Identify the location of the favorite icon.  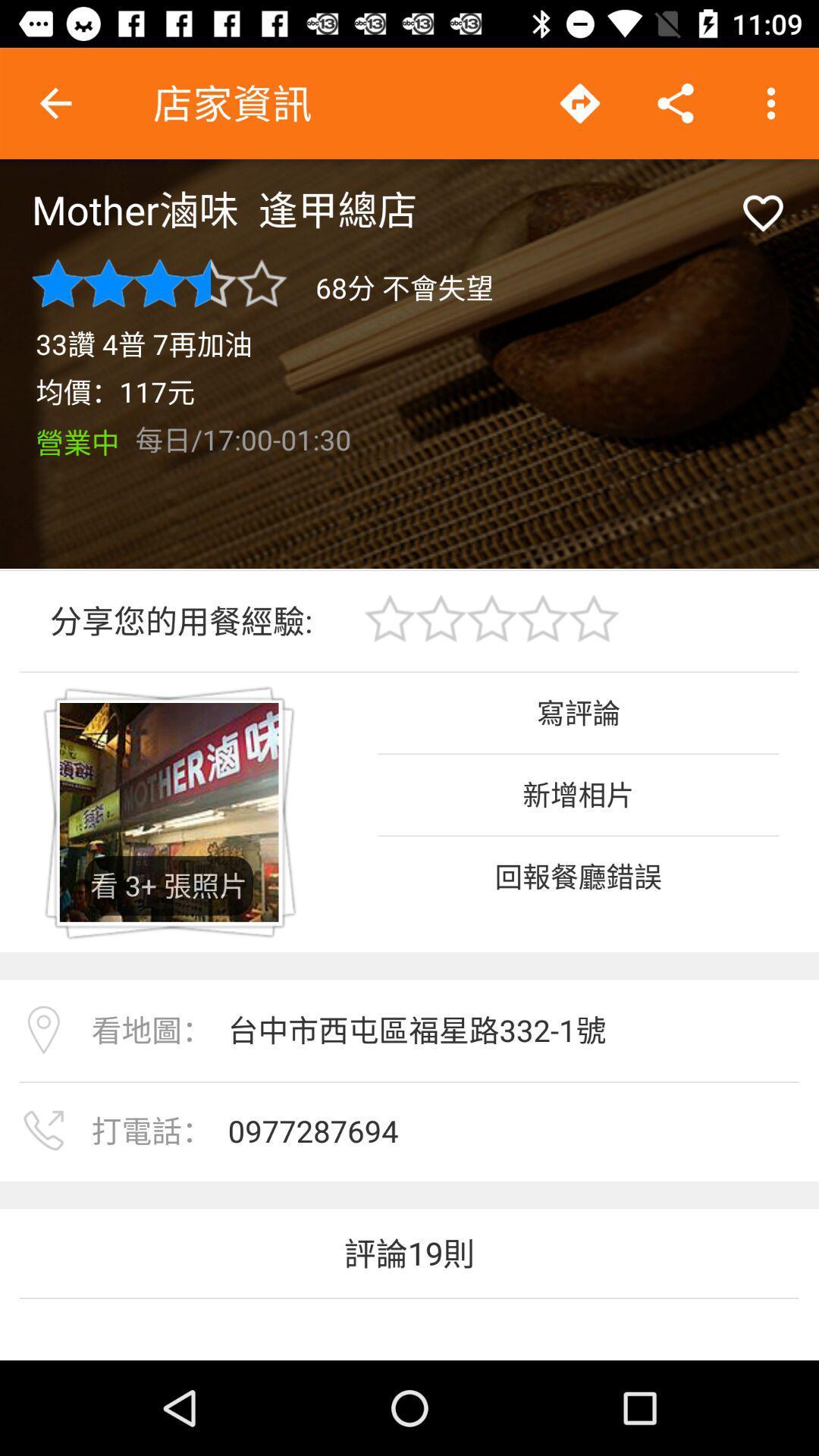
(763, 212).